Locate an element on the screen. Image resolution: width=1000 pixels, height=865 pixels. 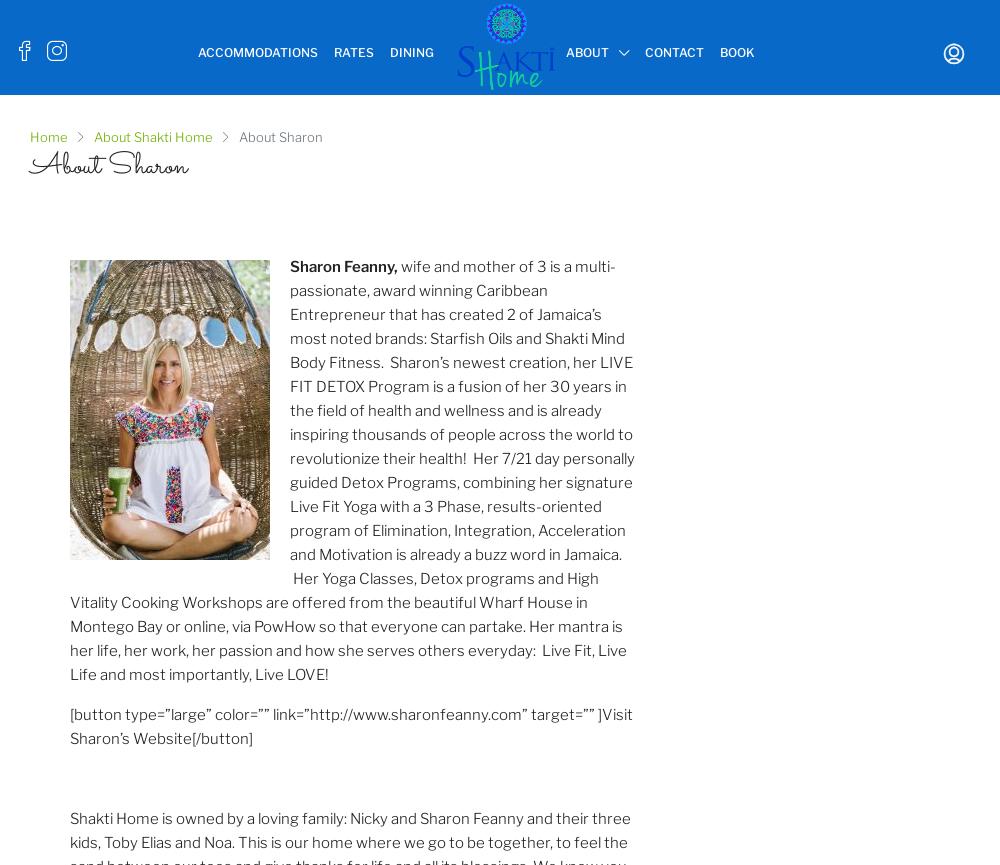
'Book' is located at coordinates (736, 51).